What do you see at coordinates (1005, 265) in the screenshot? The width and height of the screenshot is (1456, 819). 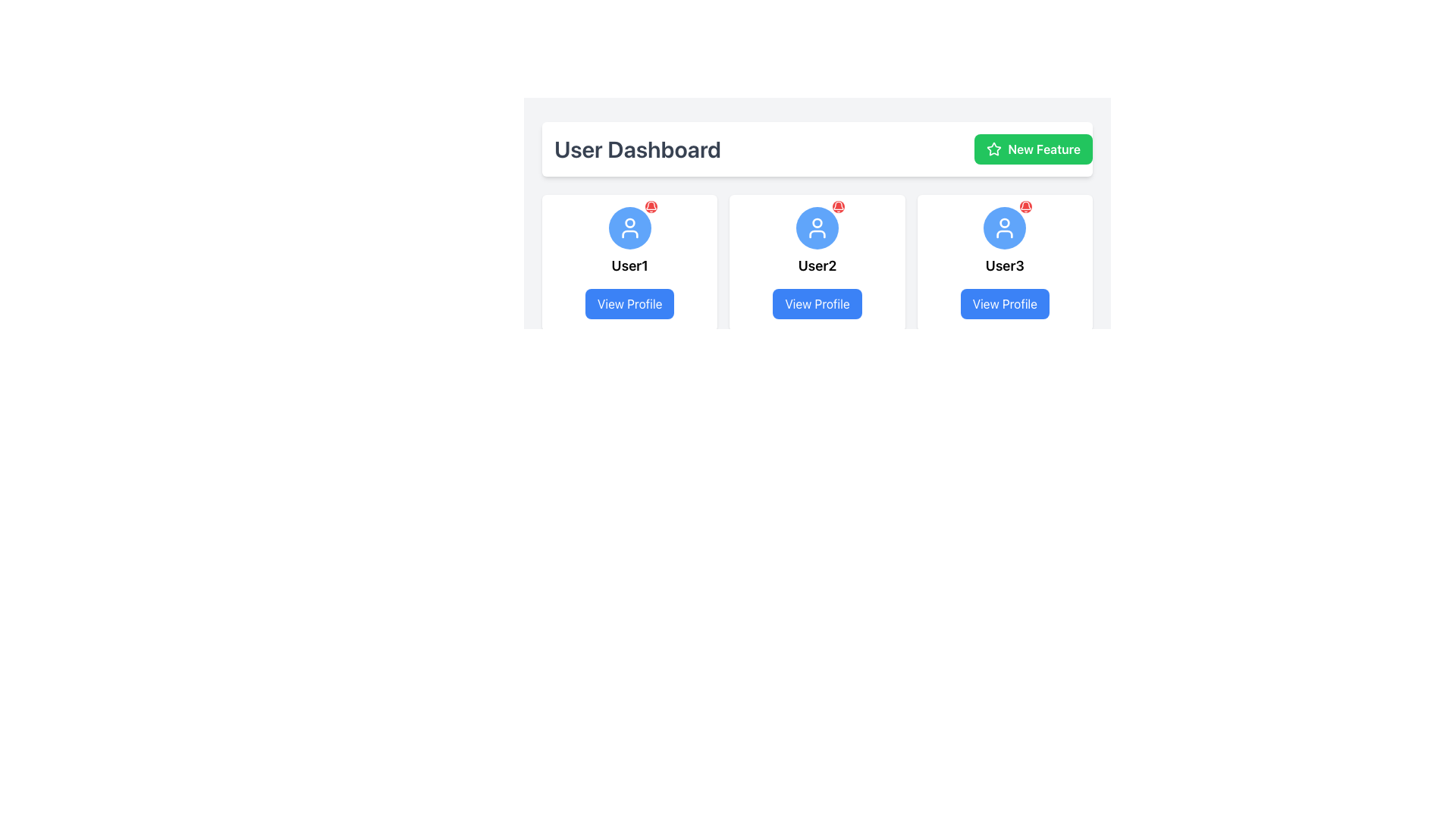 I see `the text label reading 'User3', which is styled in bold and positioned above the 'View Profile' button in the third user card` at bounding box center [1005, 265].